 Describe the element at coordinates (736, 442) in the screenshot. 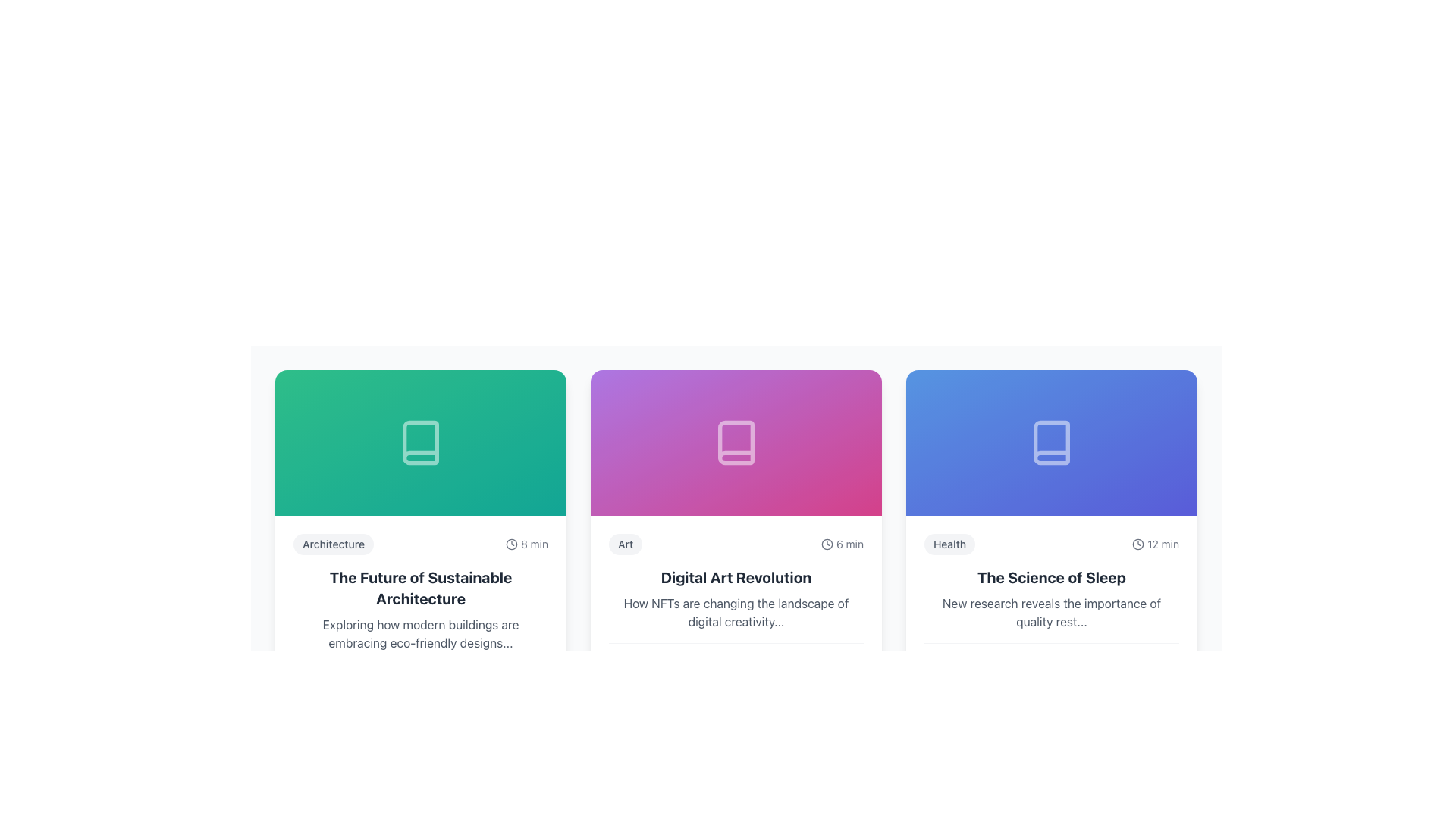

I see `the decorative visual header with an icon in the card titled 'Digital Art Revolution'` at that location.